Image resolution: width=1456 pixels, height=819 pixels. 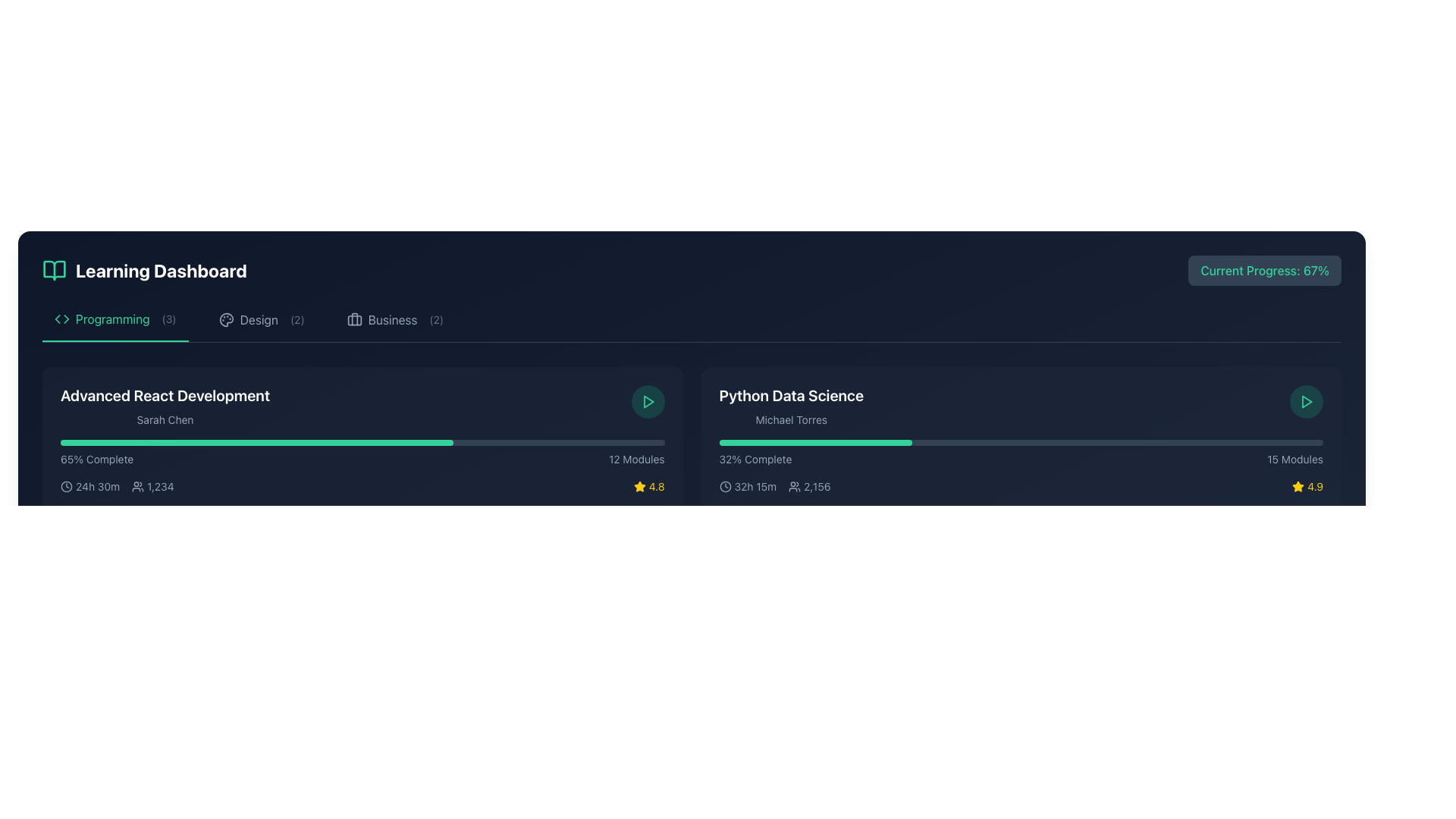 What do you see at coordinates (1021, 442) in the screenshot?
I see `the rectangular progress bar with a dark gray background and a green filled portion, located in the 'Python Data Science' section, above the indicators '32% Complete' and '15 Modules.'` at bounding box center [1021, 442].